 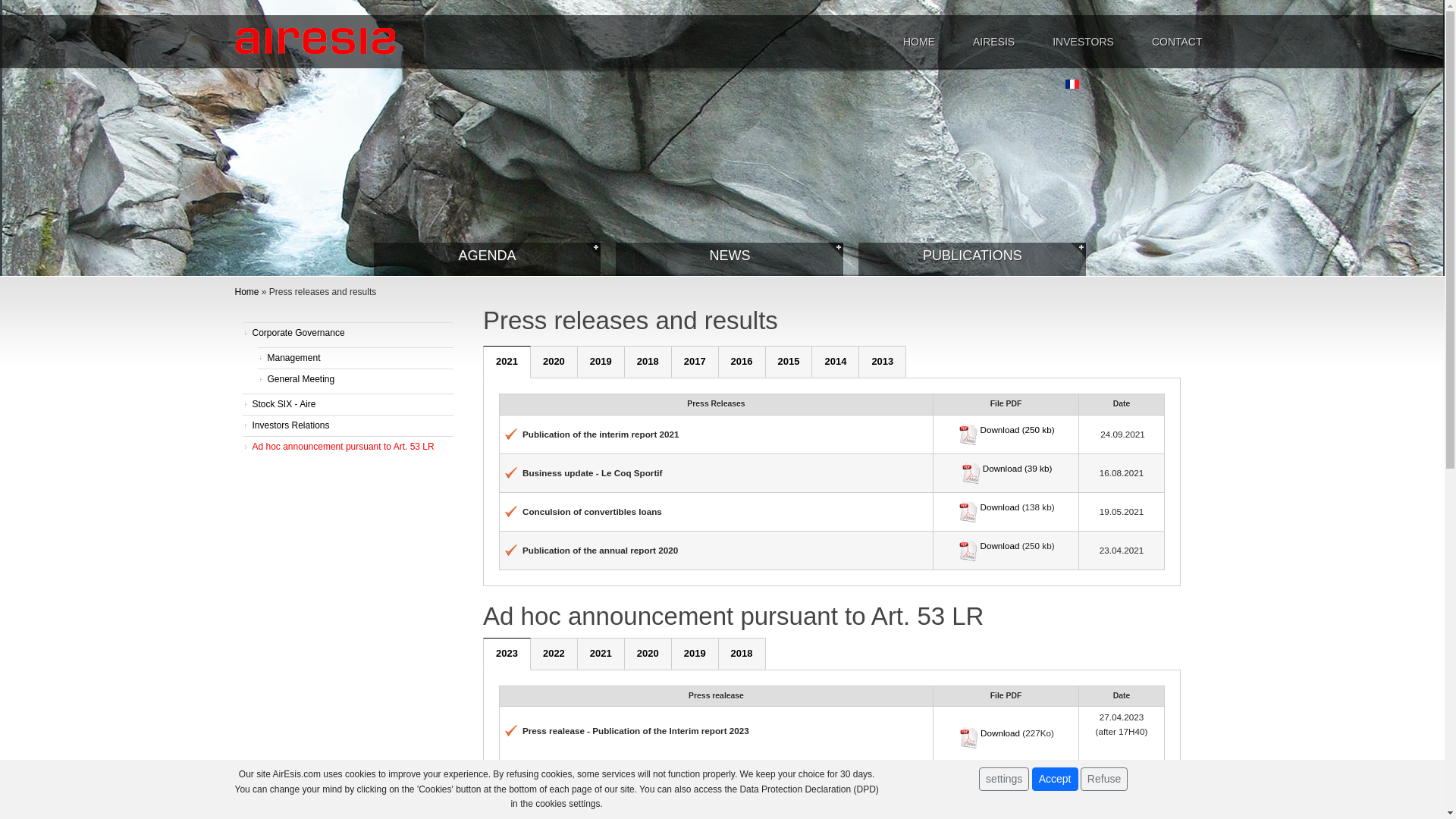 I want to click on '2017', so click(x=694, y=362).